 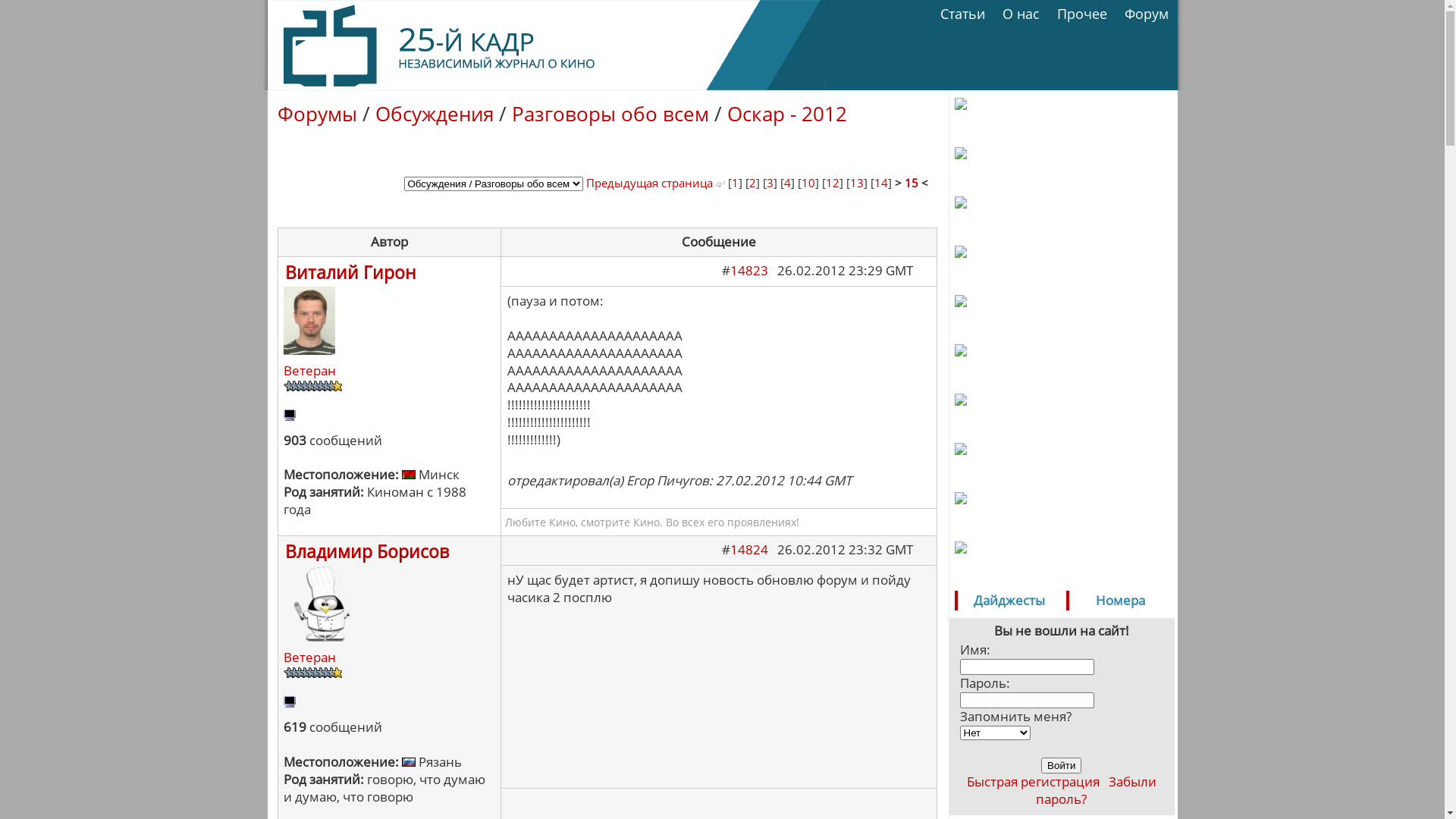 I want to click on '14', so click(x=874, y=181).